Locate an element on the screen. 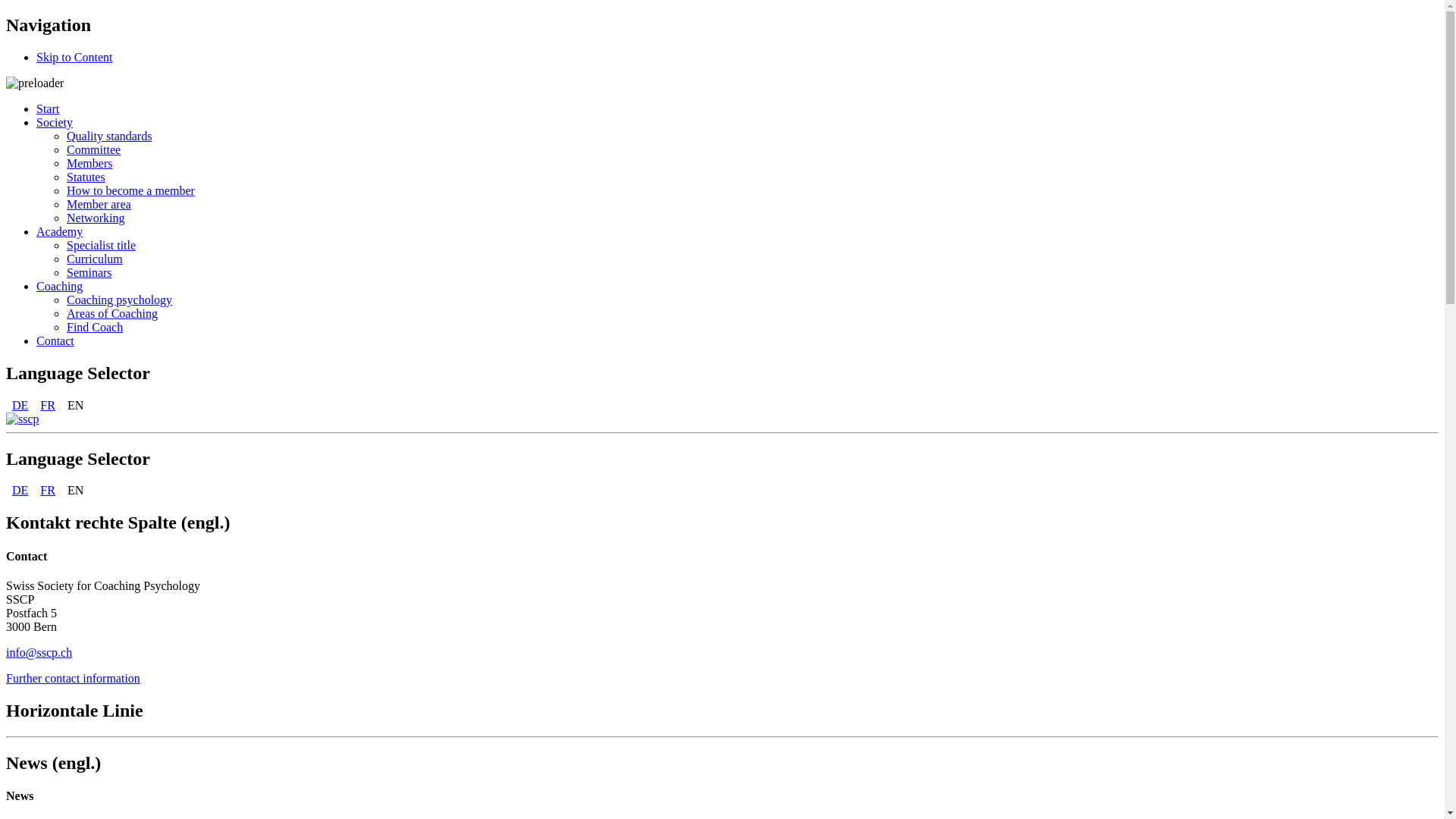  'Member area' is located at coordinates (65, 203).